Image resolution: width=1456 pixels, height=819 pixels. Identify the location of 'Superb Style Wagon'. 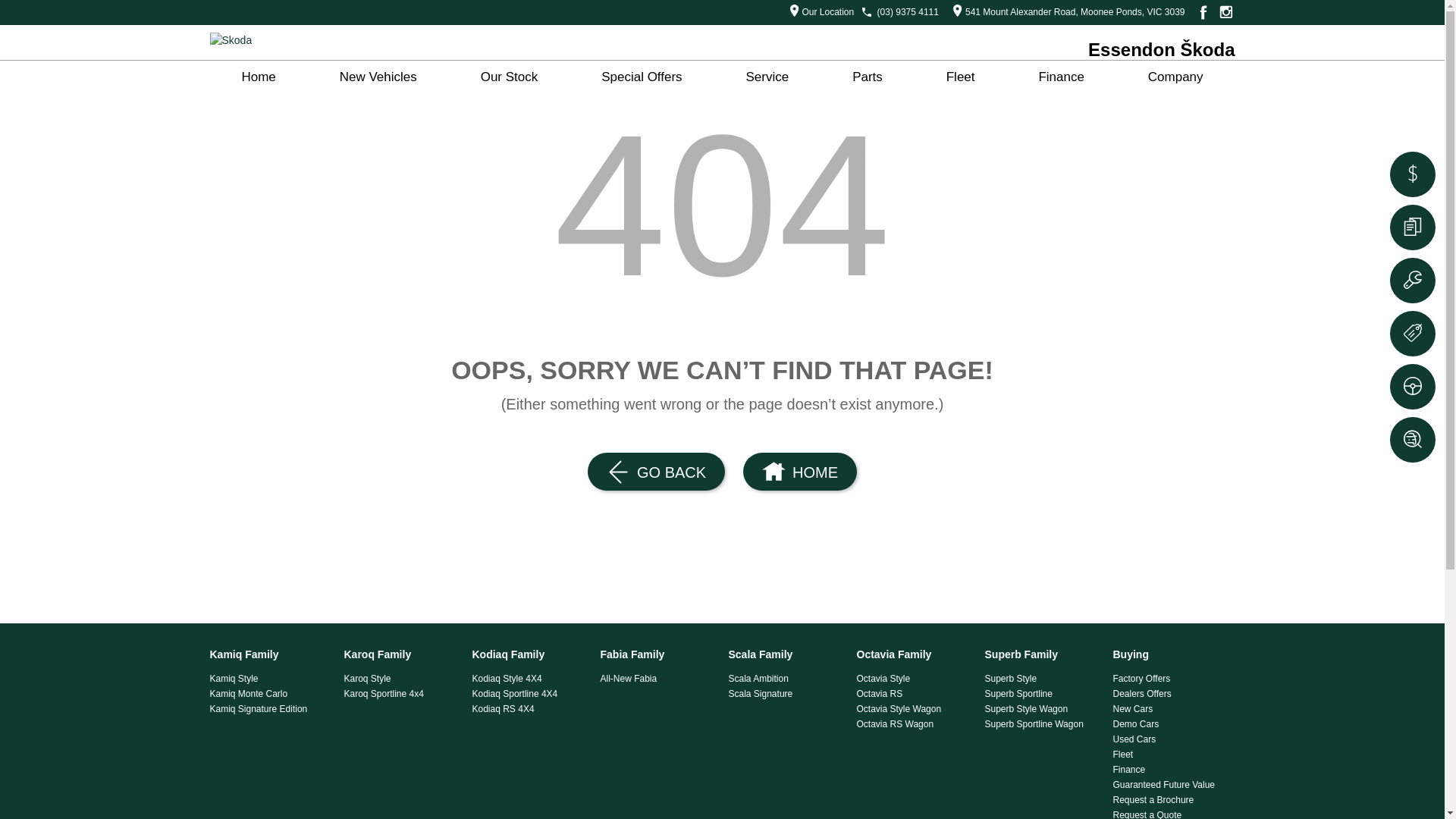
(1041, 708).